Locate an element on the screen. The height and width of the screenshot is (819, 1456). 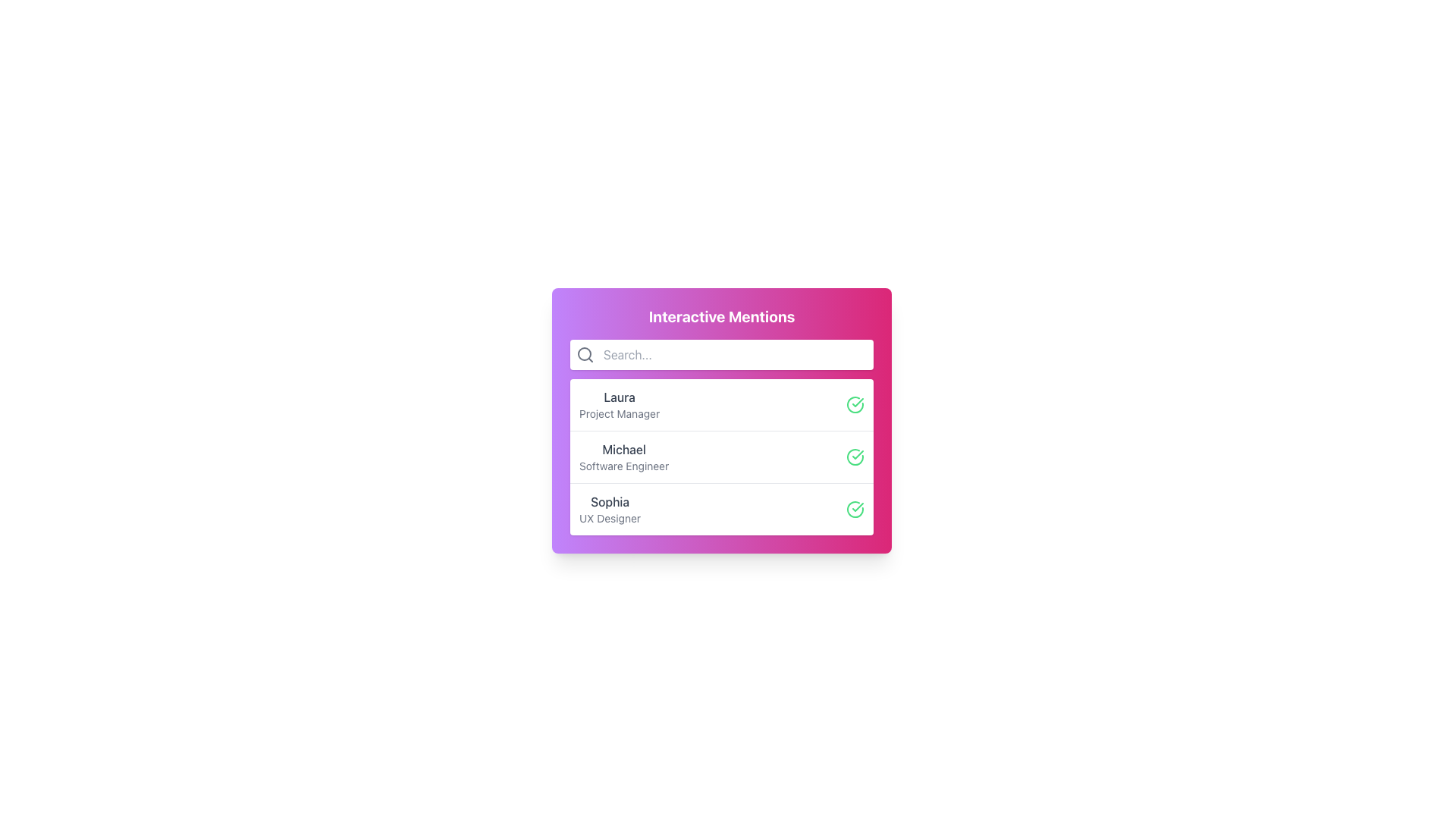
the search icon located at the far-left of the horizontal layout, which serves as a visual affordance for the search functionality is located at coordinates (585, 354).